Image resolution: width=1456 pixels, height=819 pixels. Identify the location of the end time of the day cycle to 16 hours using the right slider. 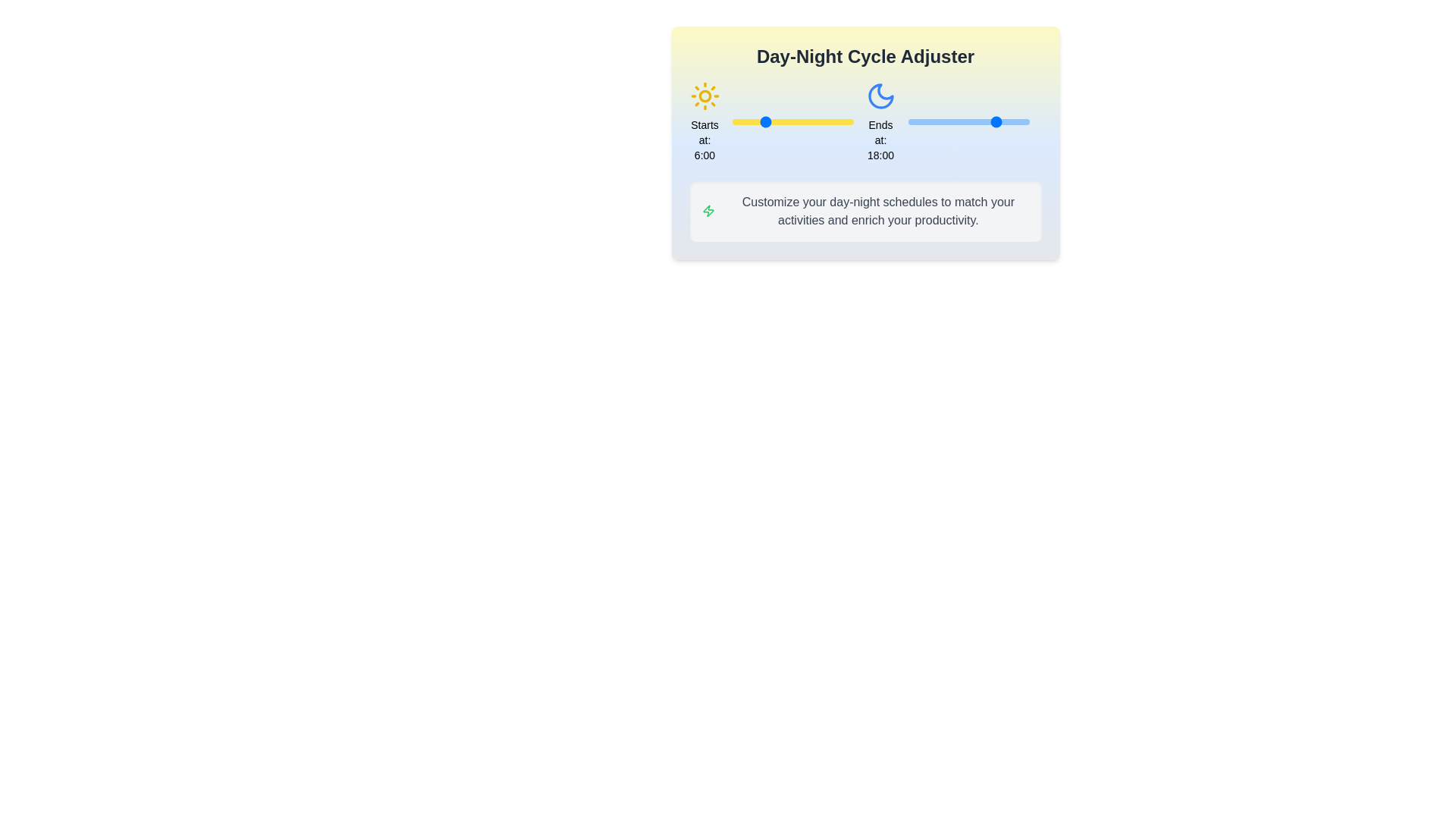
(989, 121).